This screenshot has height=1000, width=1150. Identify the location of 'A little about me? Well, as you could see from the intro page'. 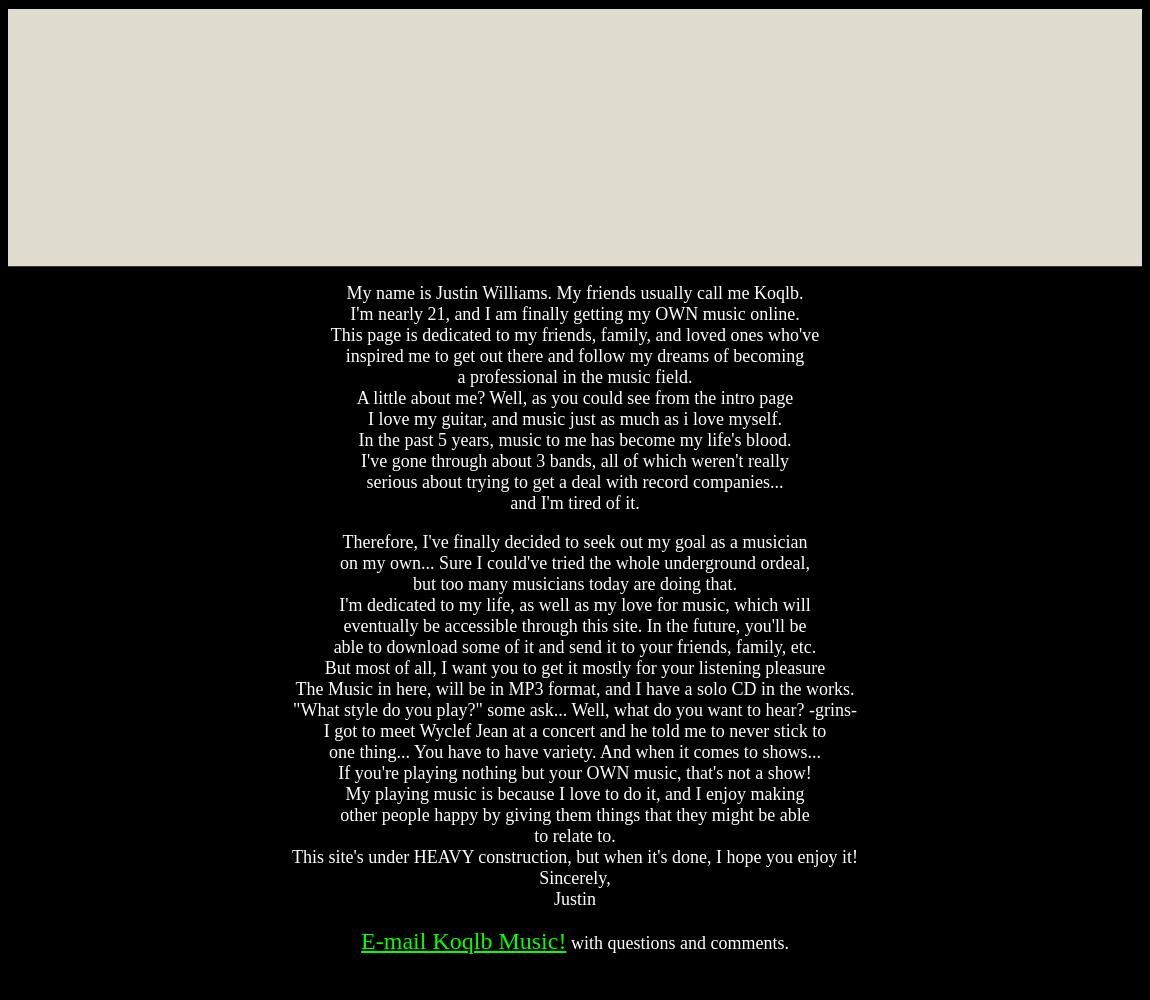
(574, 398).